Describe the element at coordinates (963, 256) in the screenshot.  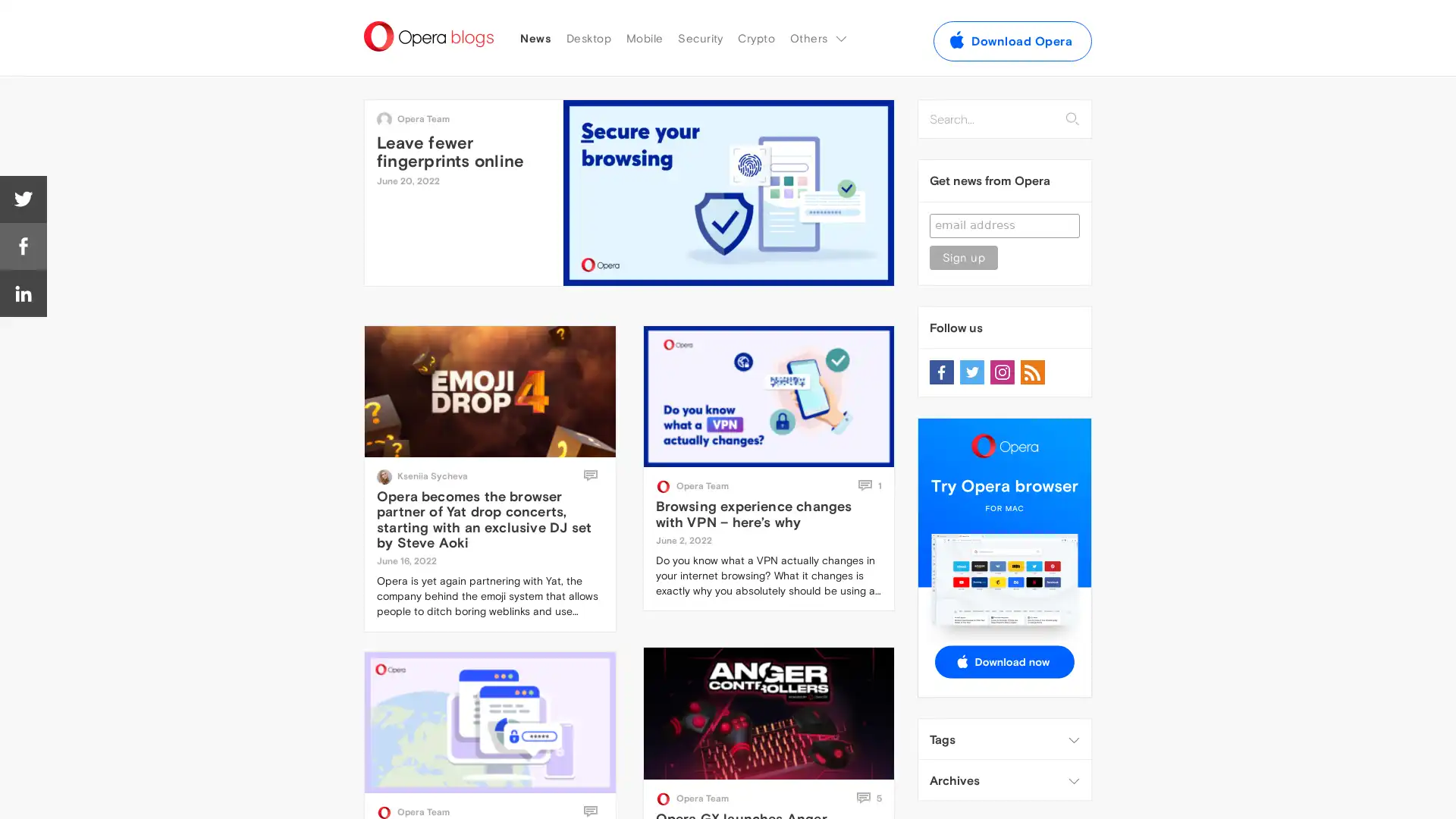
I see `Sign up` at that location.